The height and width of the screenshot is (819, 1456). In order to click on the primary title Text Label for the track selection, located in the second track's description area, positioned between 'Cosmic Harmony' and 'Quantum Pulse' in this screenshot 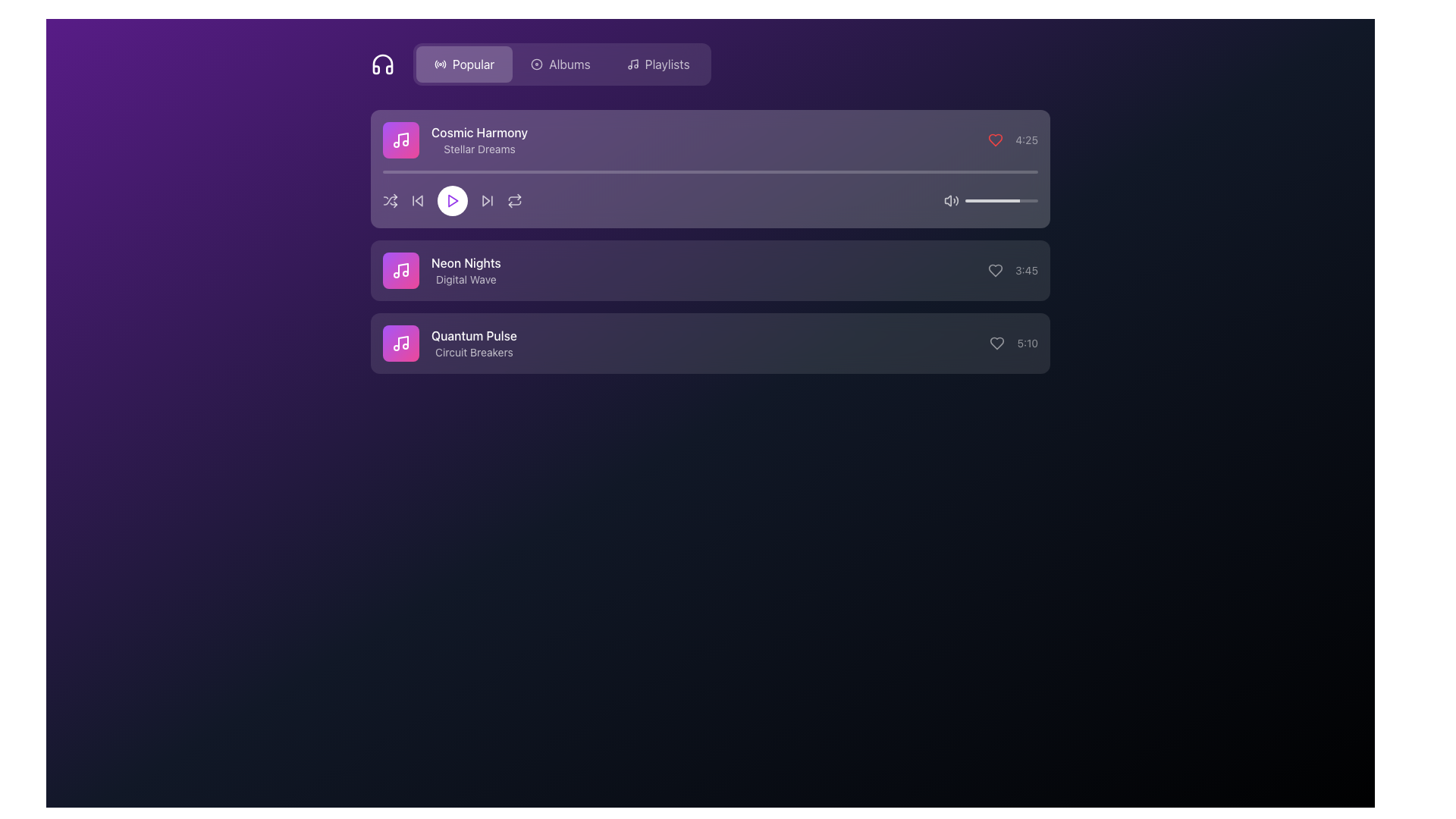, I will do `click(465, 262)`.